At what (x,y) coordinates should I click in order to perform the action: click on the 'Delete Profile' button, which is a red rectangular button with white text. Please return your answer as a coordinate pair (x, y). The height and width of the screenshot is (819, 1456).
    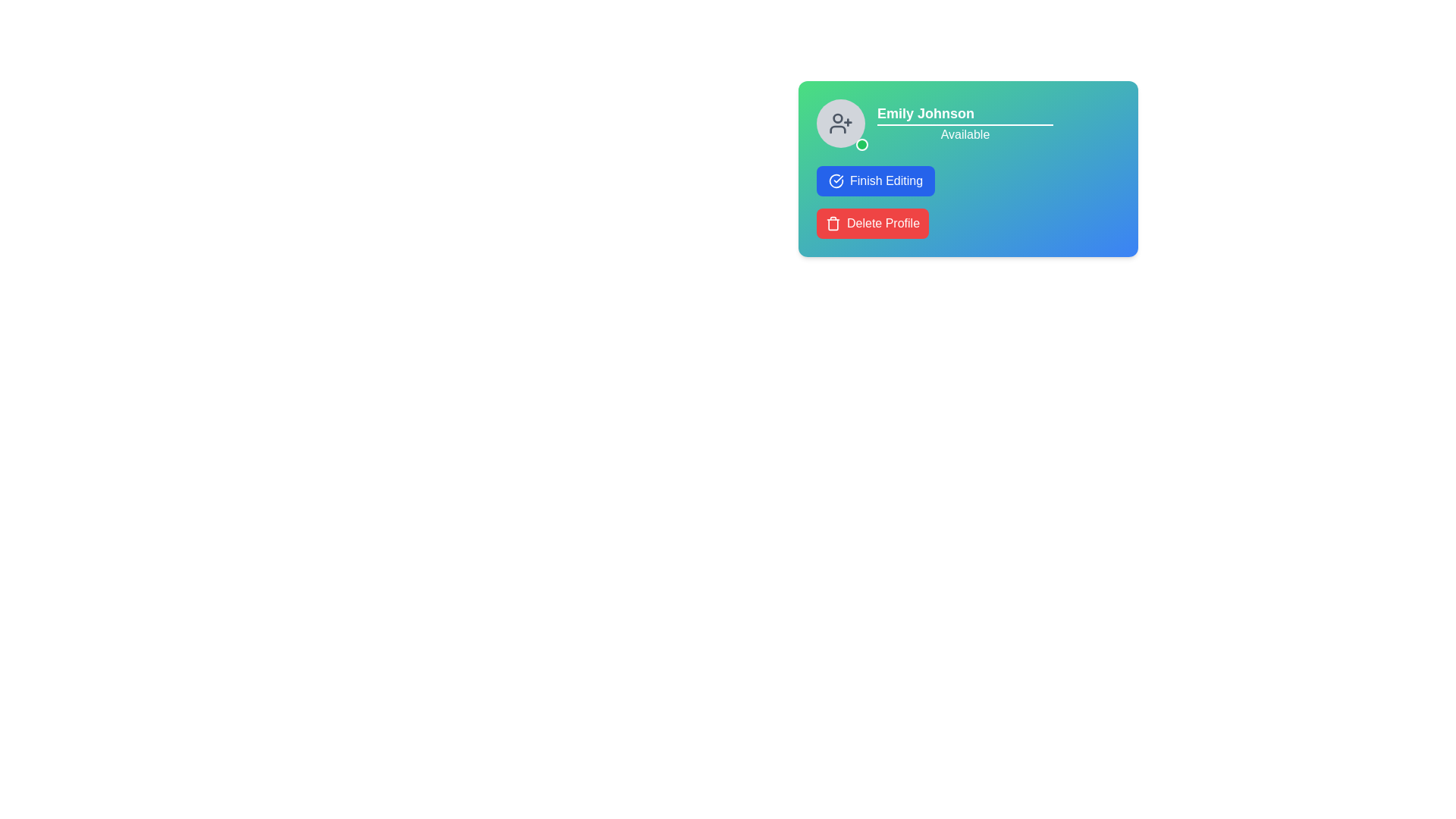
    Looking at the image, I should click on (883, 223).